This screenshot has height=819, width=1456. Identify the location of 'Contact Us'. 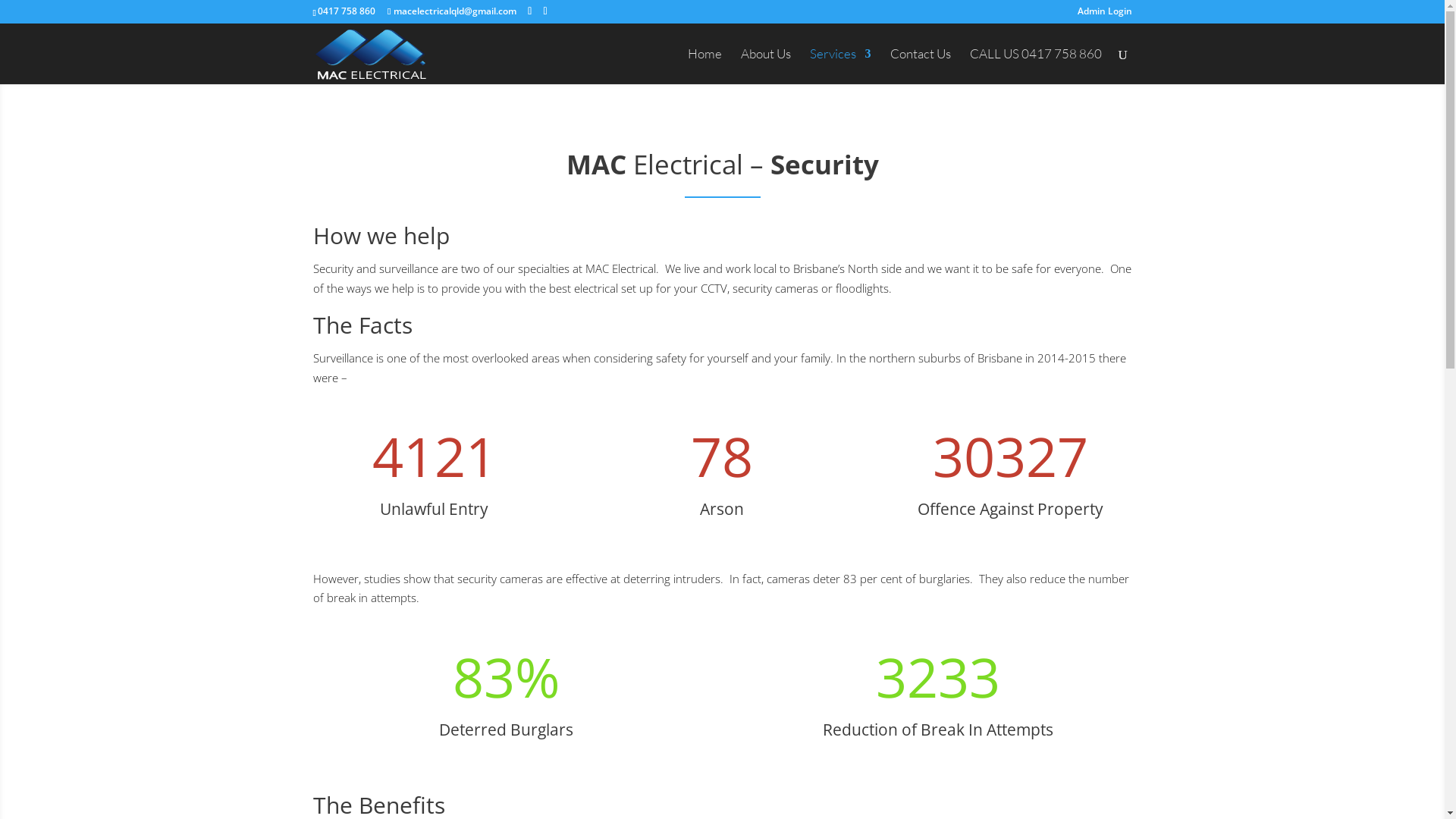
(920, 65).